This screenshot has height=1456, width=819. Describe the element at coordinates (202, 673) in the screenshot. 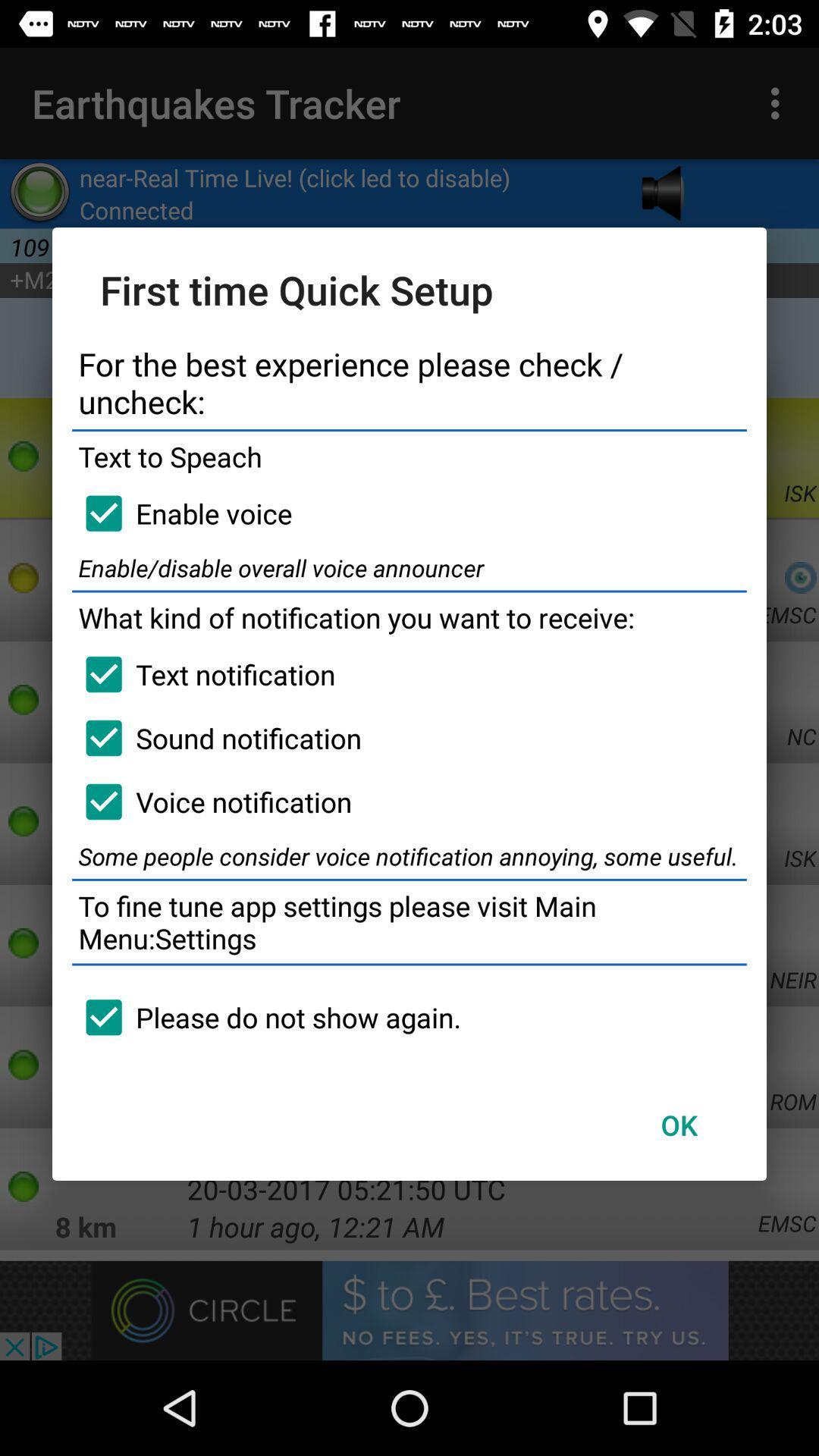

I see `text notification item` at that location.